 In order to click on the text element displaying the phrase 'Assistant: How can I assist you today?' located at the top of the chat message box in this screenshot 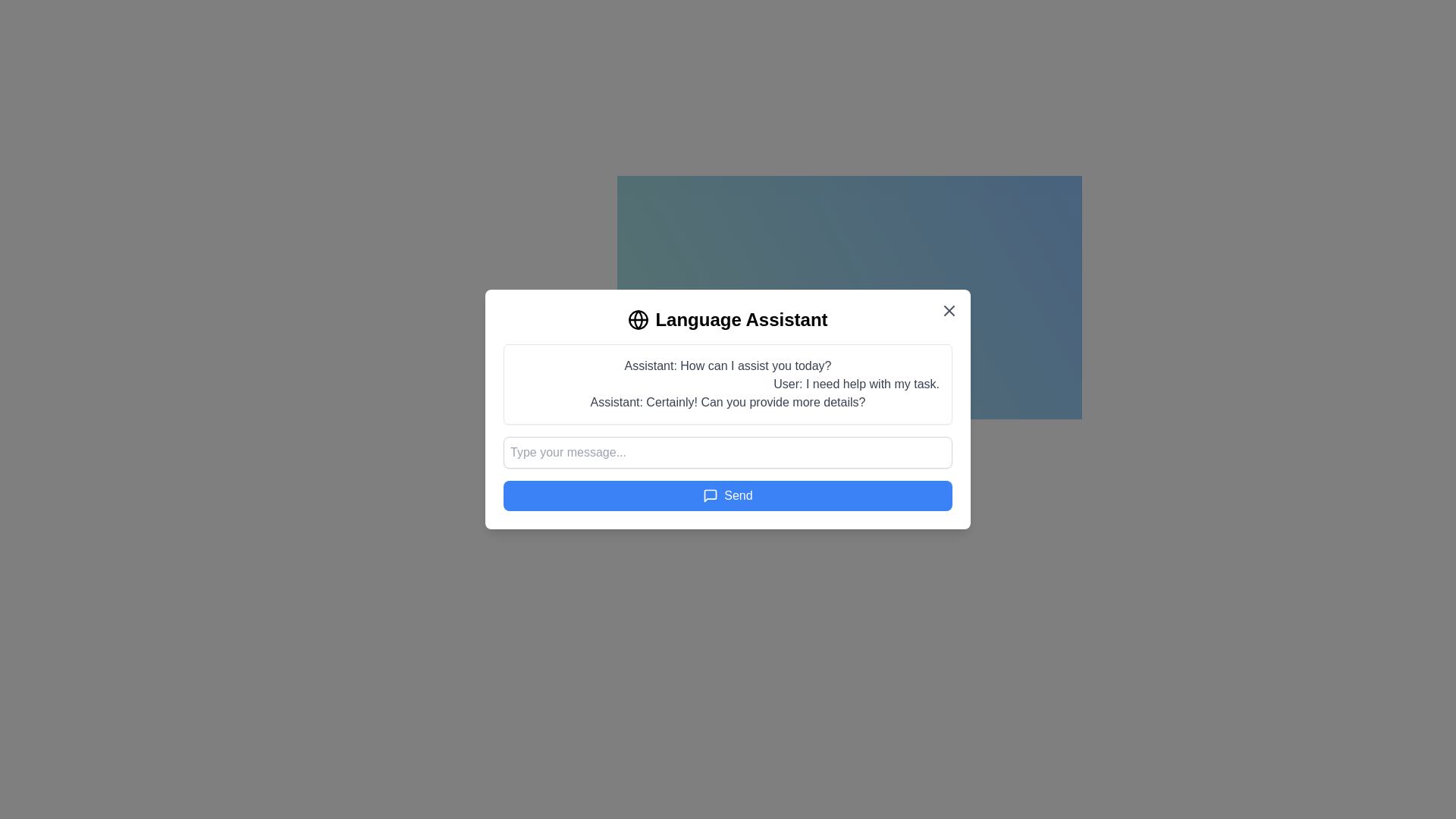, I will do `click(728, 366)`.